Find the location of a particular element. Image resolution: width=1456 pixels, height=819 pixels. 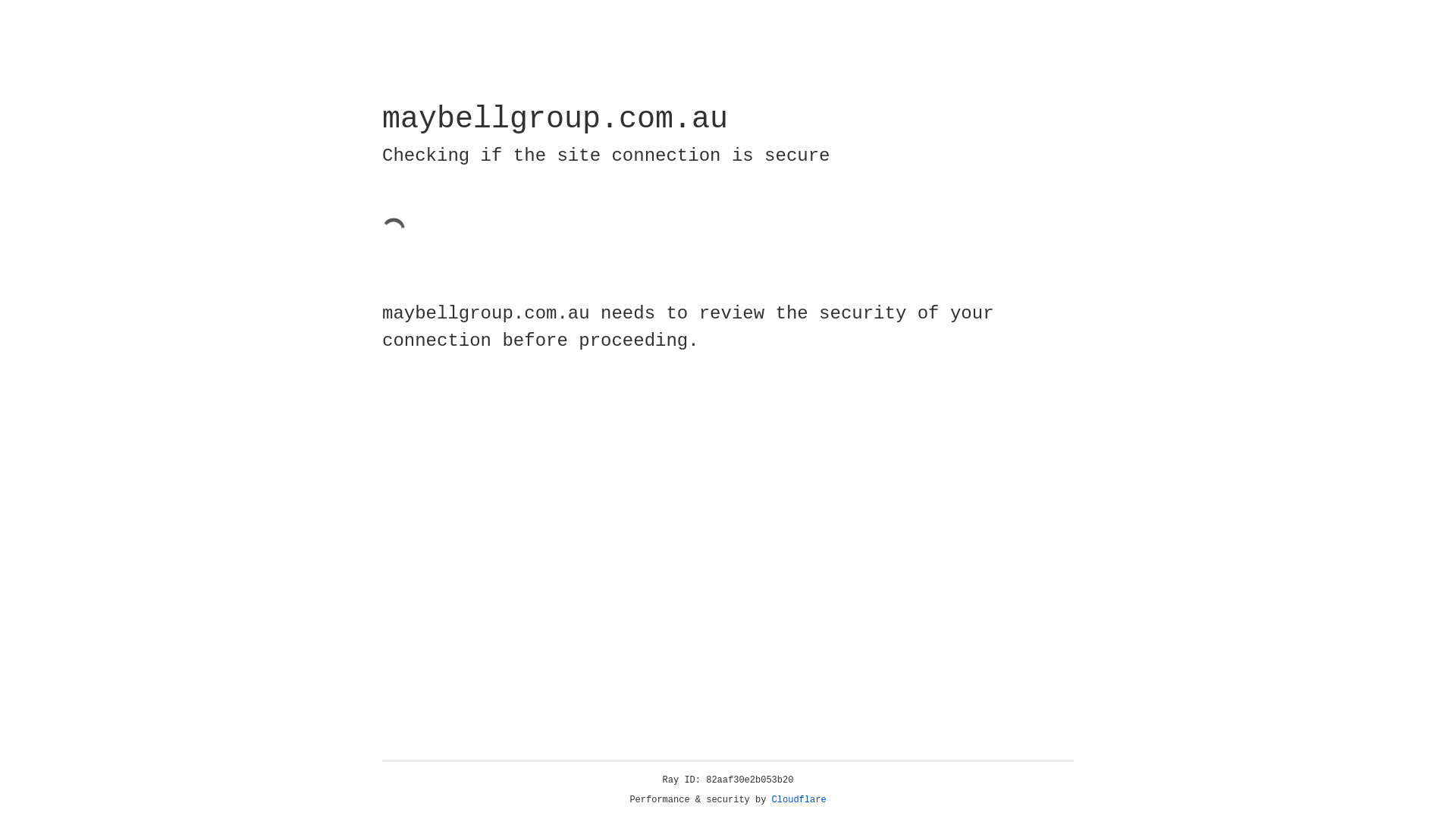

'Cloudflare' is located at coordinates (799, 799).